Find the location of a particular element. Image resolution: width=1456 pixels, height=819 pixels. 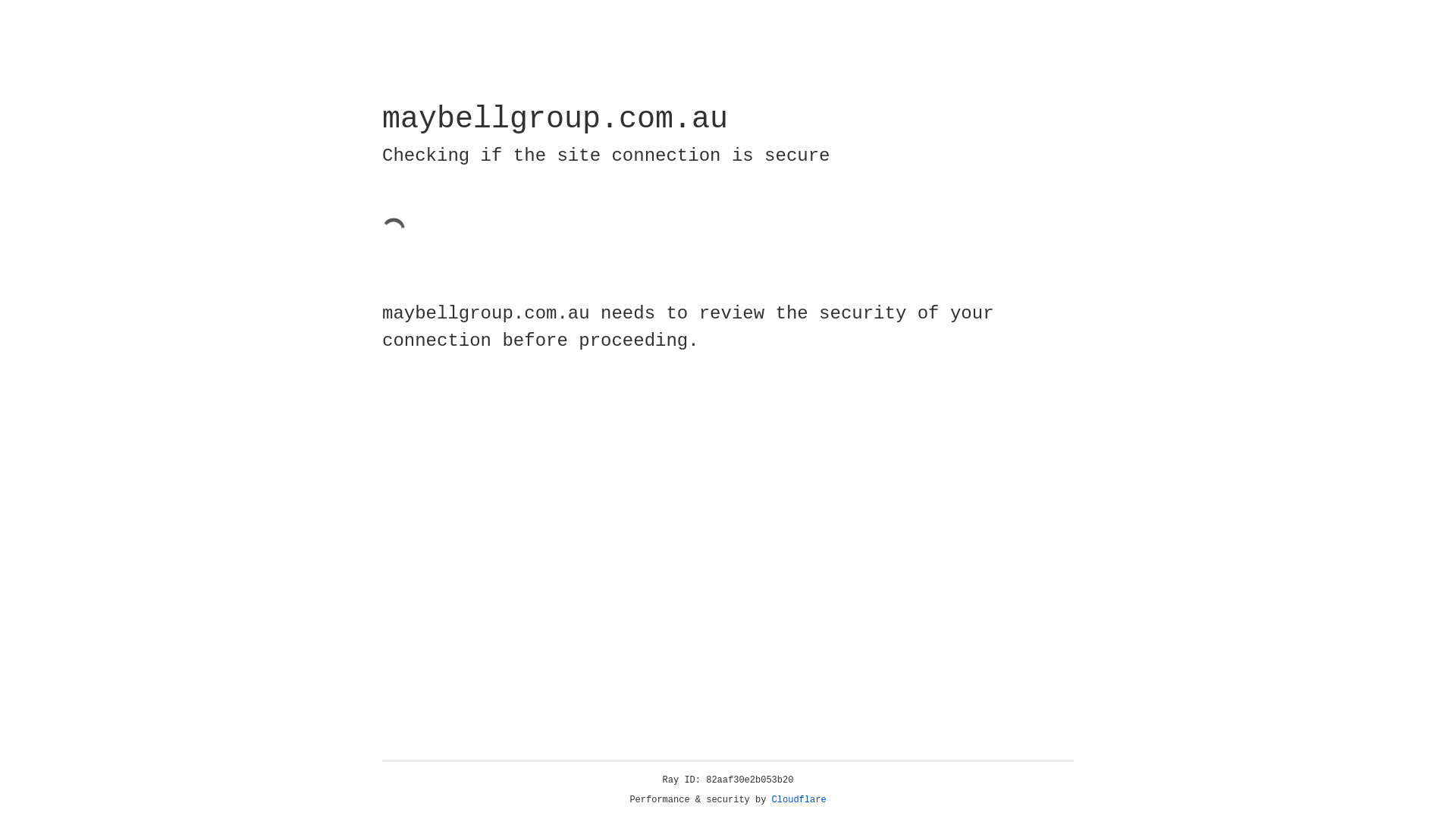

'Cloudflare' is located at coordinates (799, 799).